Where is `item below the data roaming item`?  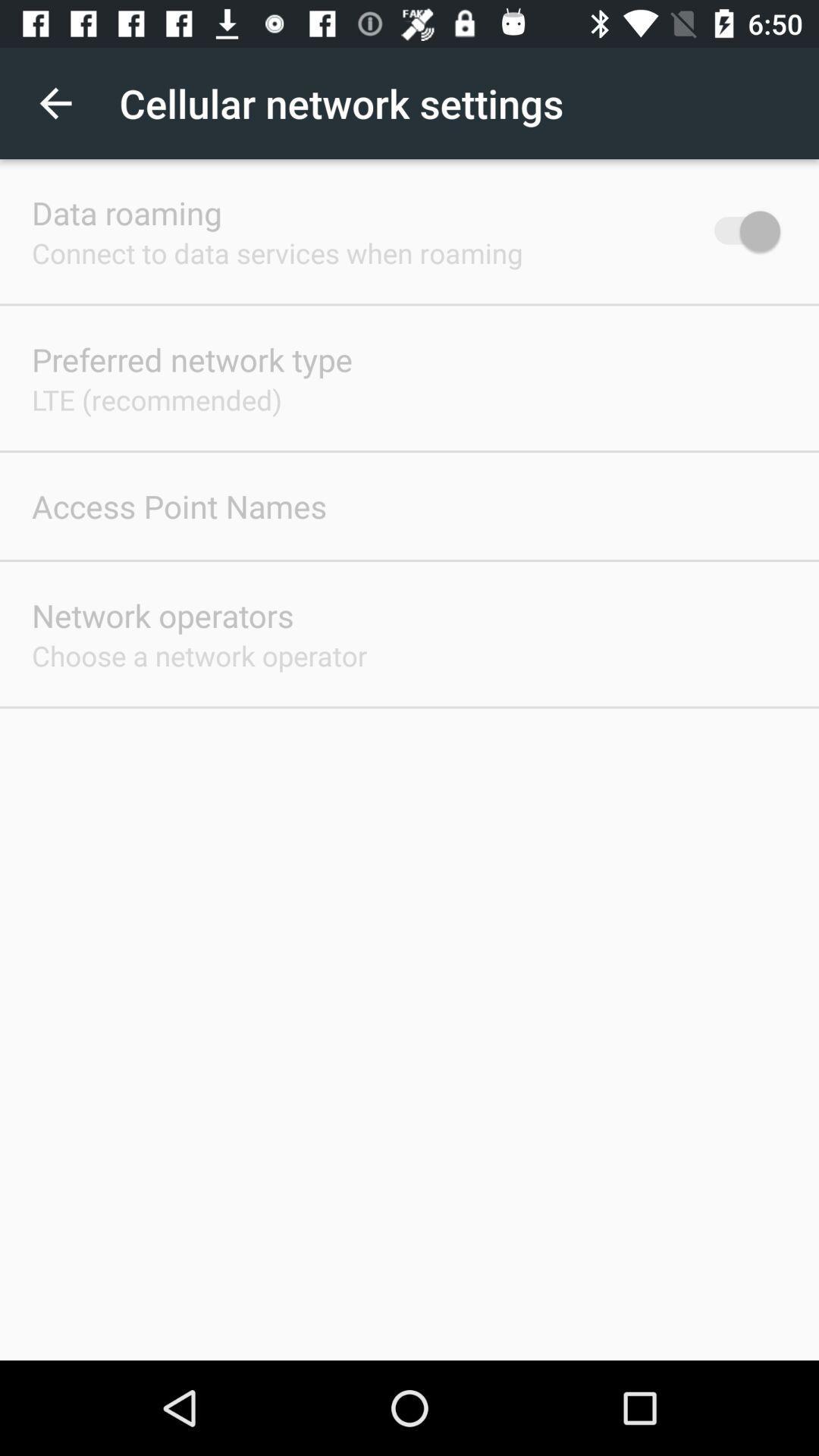
item below the data roaming item is located at coordinates (277, 253).